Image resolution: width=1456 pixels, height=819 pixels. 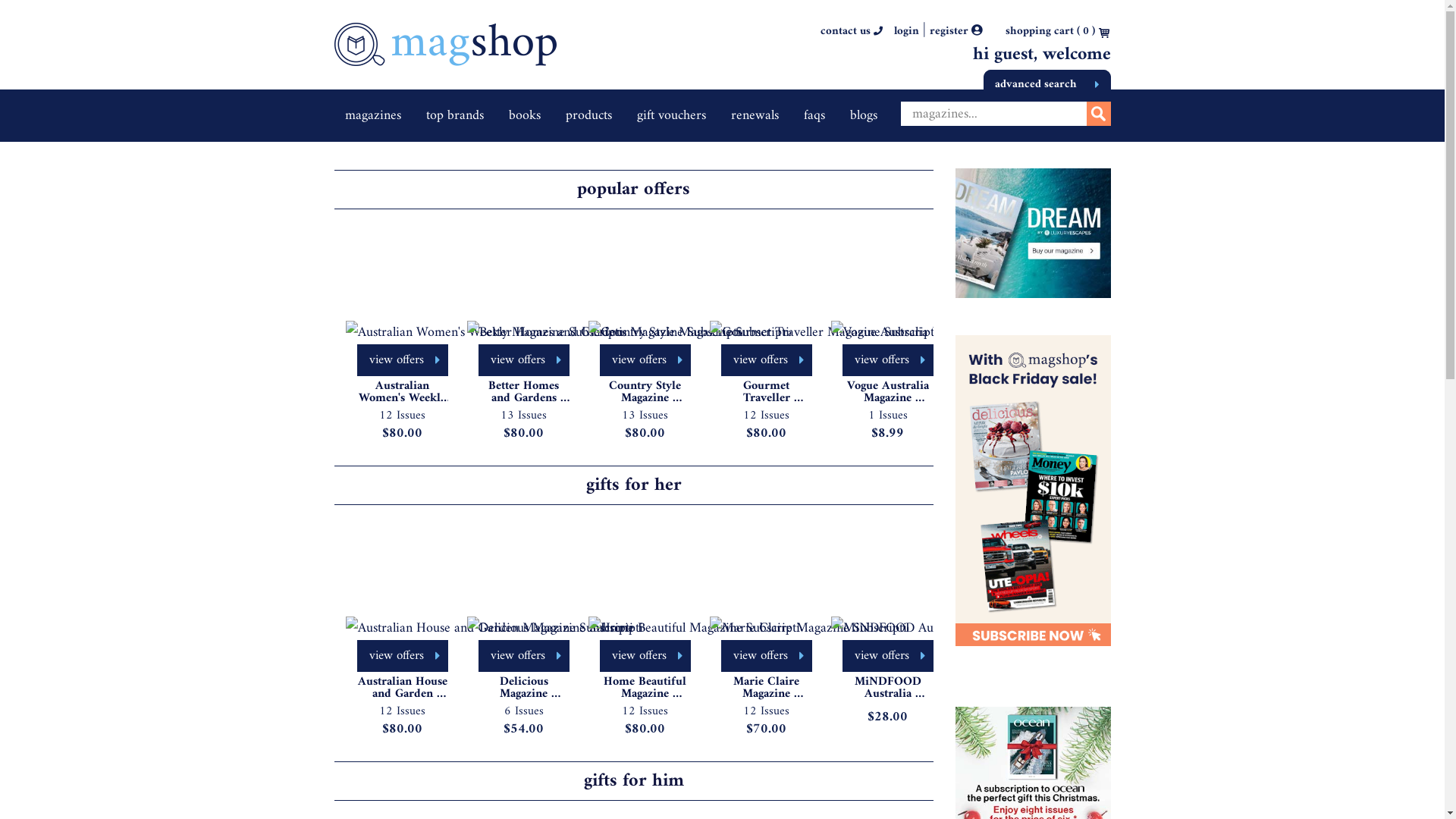 I want to click on 'top brands', so click(x=454, y=115).